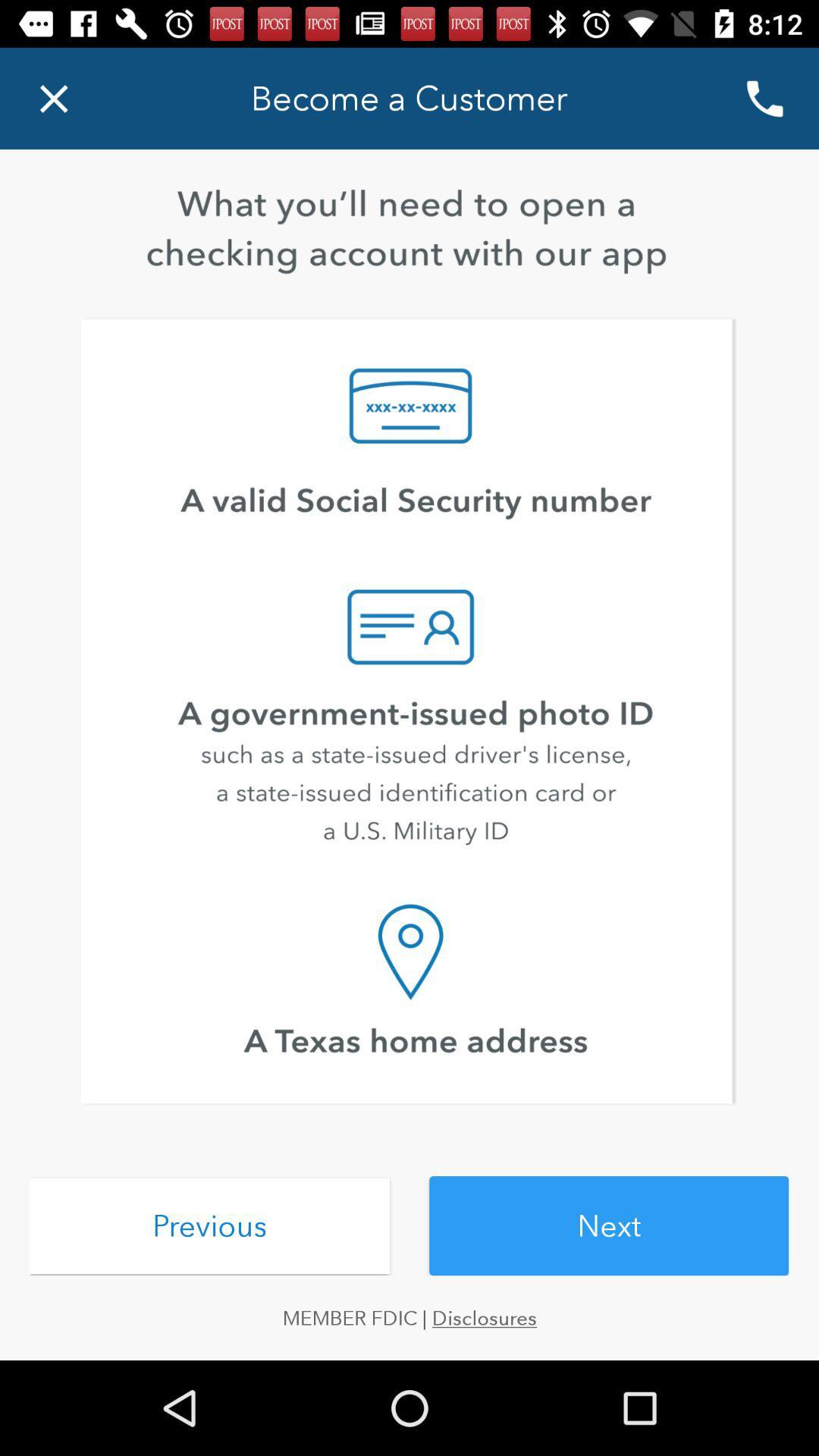  What do you see at coordinates (409, 1317) in the screenshot?
I see `the icon below next item` at bounding box center [409, 1317].